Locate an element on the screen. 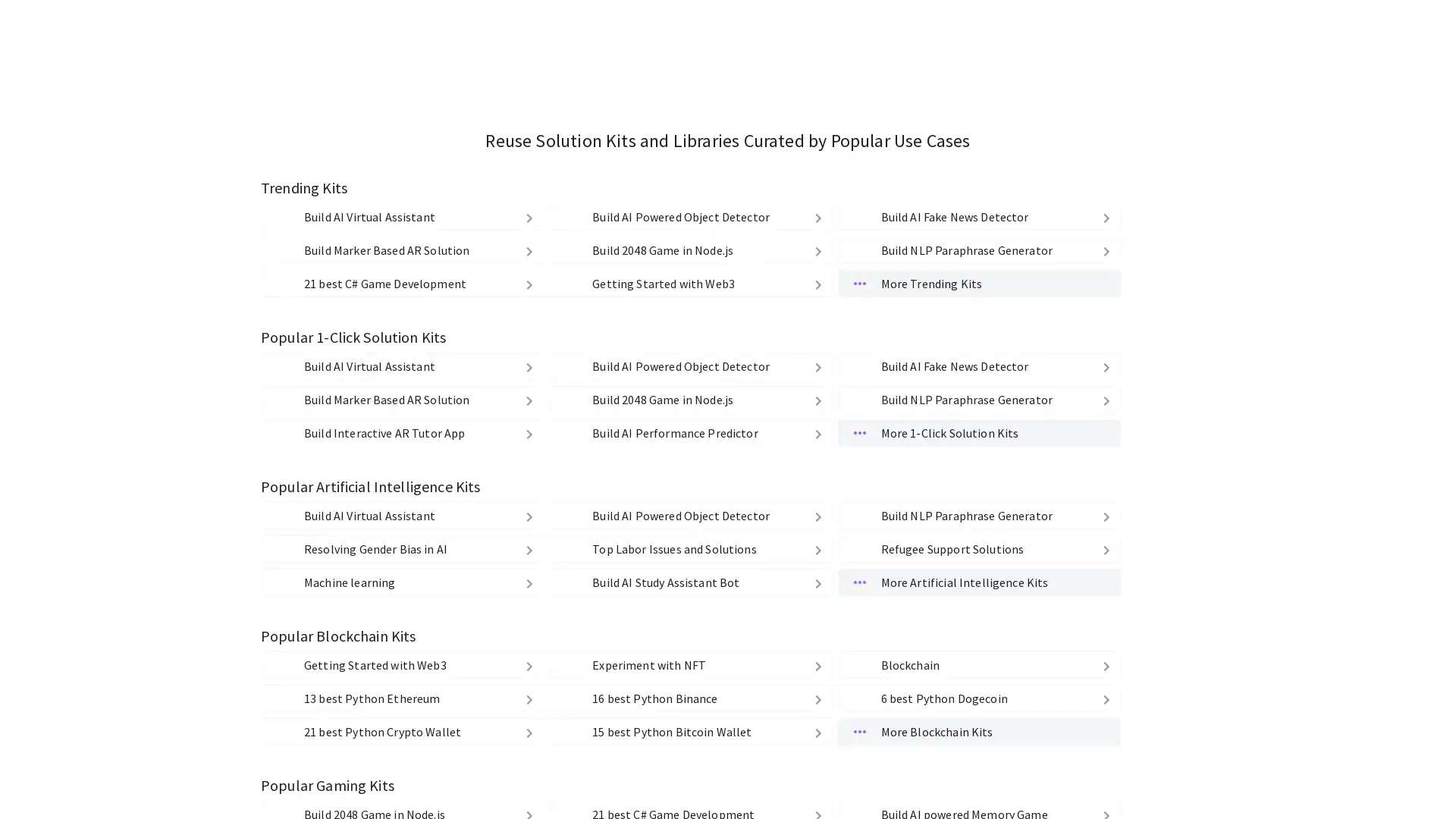 The height and width of the screenshot is (819, 1456). spotting-fake-news Build AI Fake News Detector is located at coordinates (978, 745).